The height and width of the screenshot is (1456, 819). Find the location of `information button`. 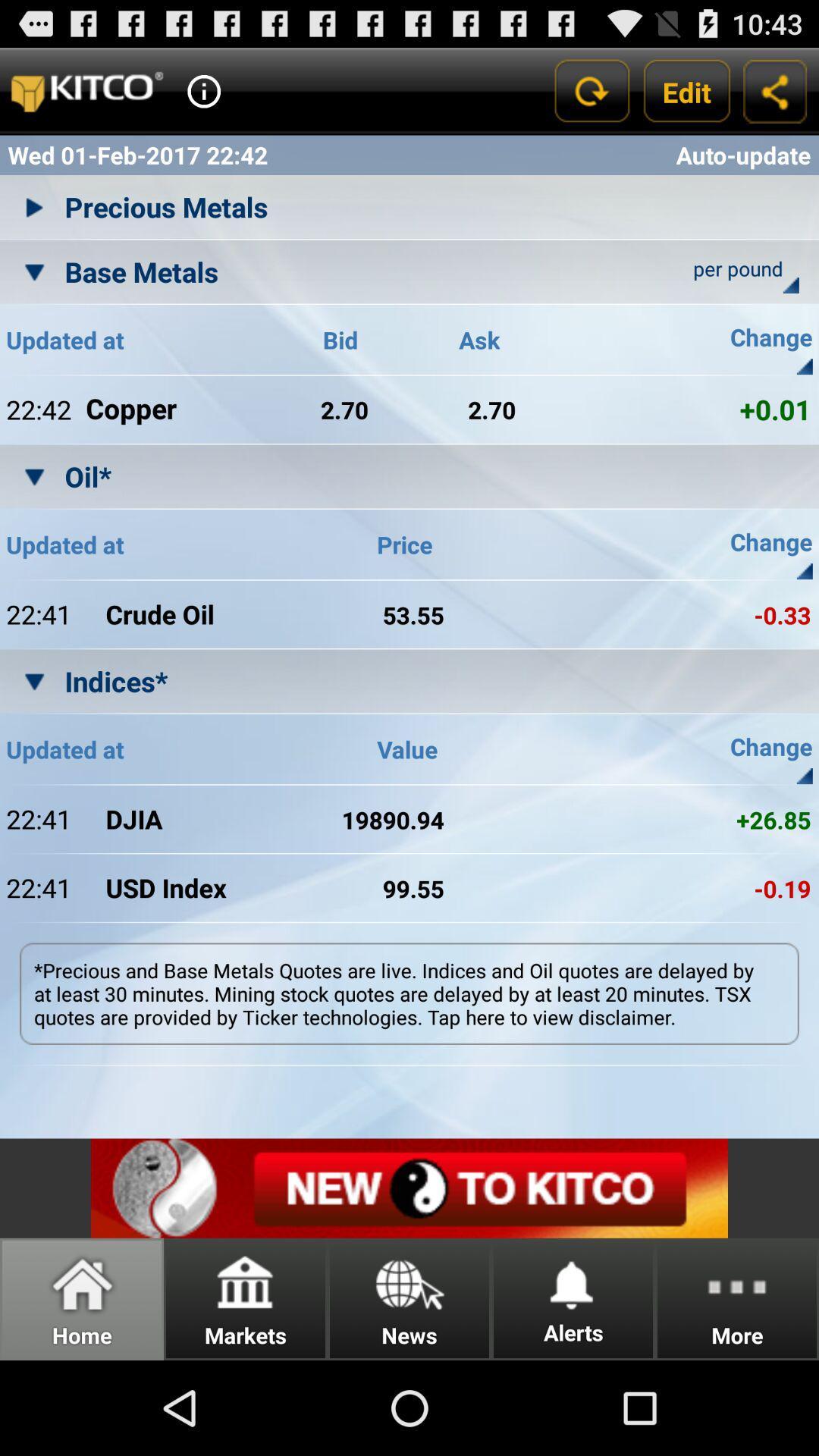

information button is located at coordinates (203, 90).